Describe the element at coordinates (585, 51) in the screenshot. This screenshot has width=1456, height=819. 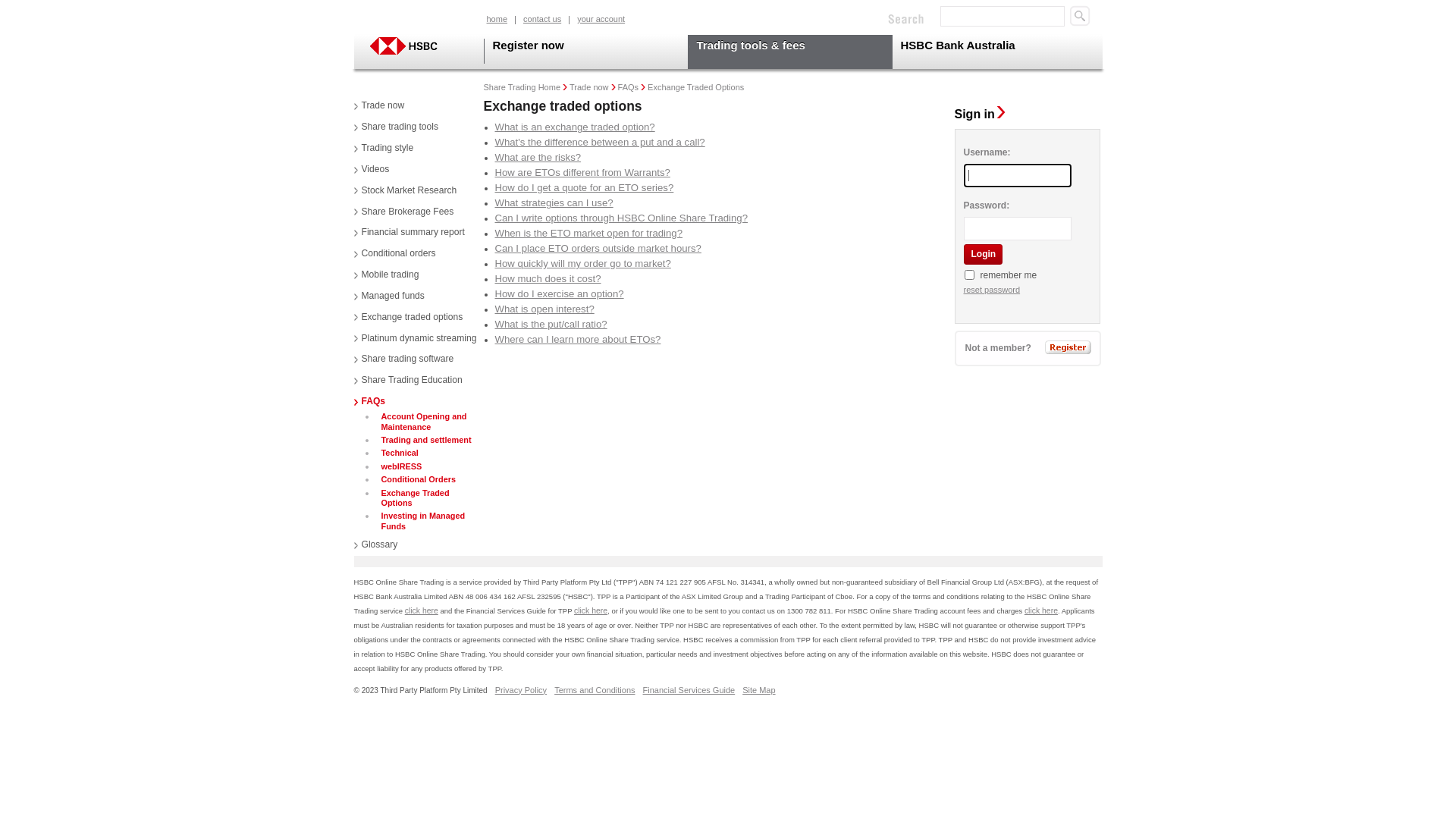
I see `'Register now'` at that location.